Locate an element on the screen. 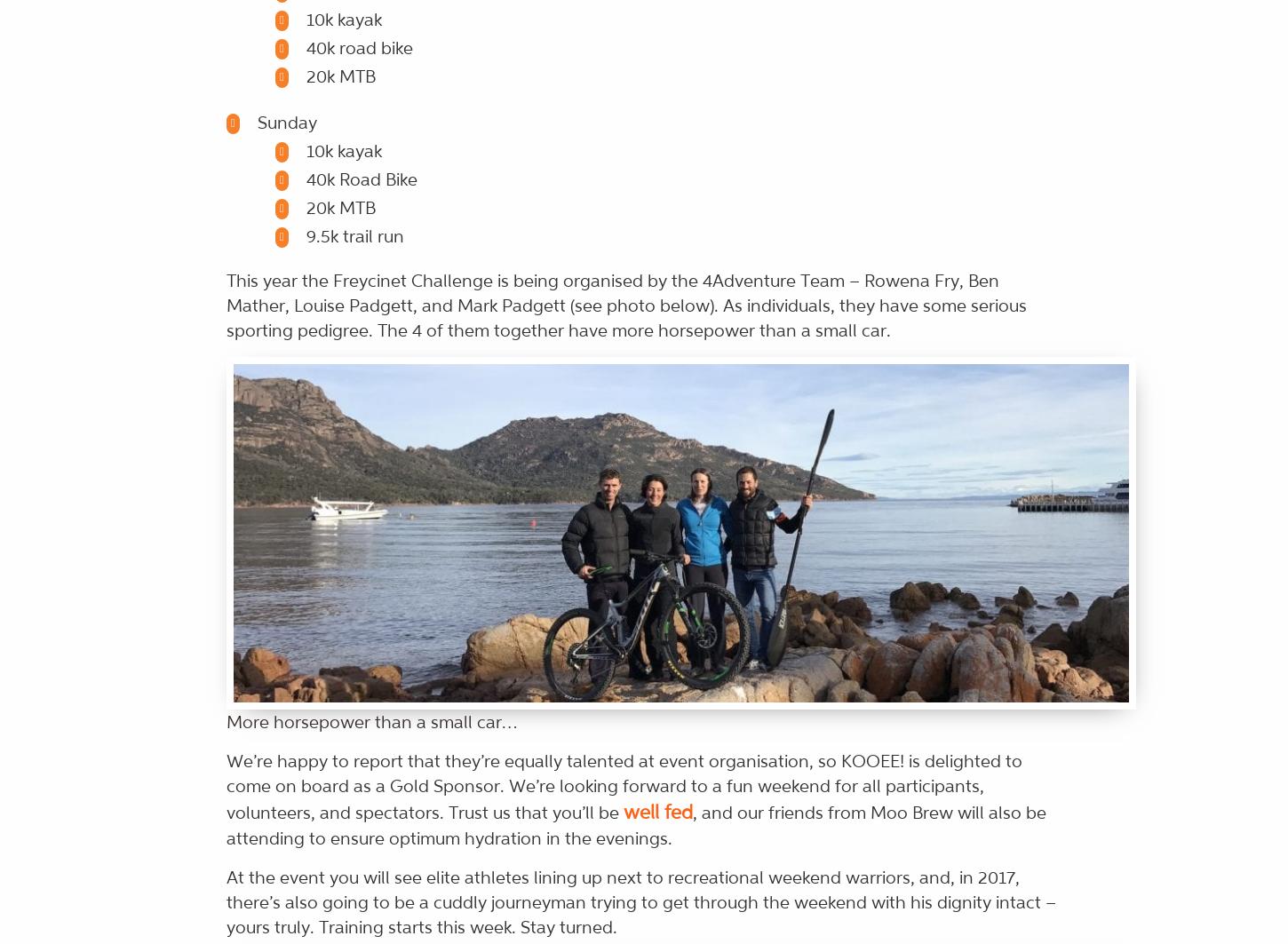  'More horsepower than a small car…' is located at coordinates (370, 720).